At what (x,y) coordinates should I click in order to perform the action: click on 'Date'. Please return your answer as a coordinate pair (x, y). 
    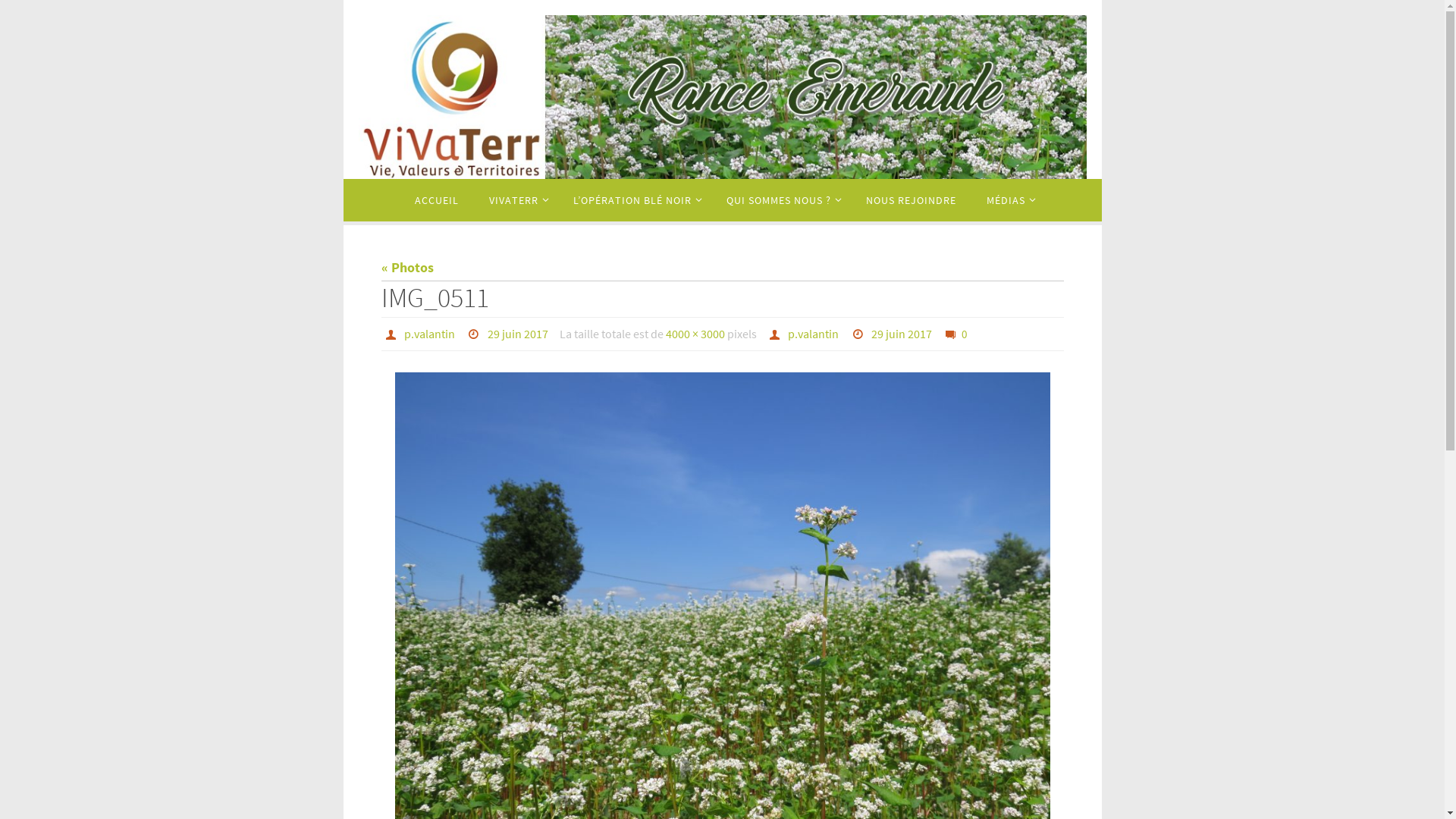
    Looking at the image, I should click on (859, 332).